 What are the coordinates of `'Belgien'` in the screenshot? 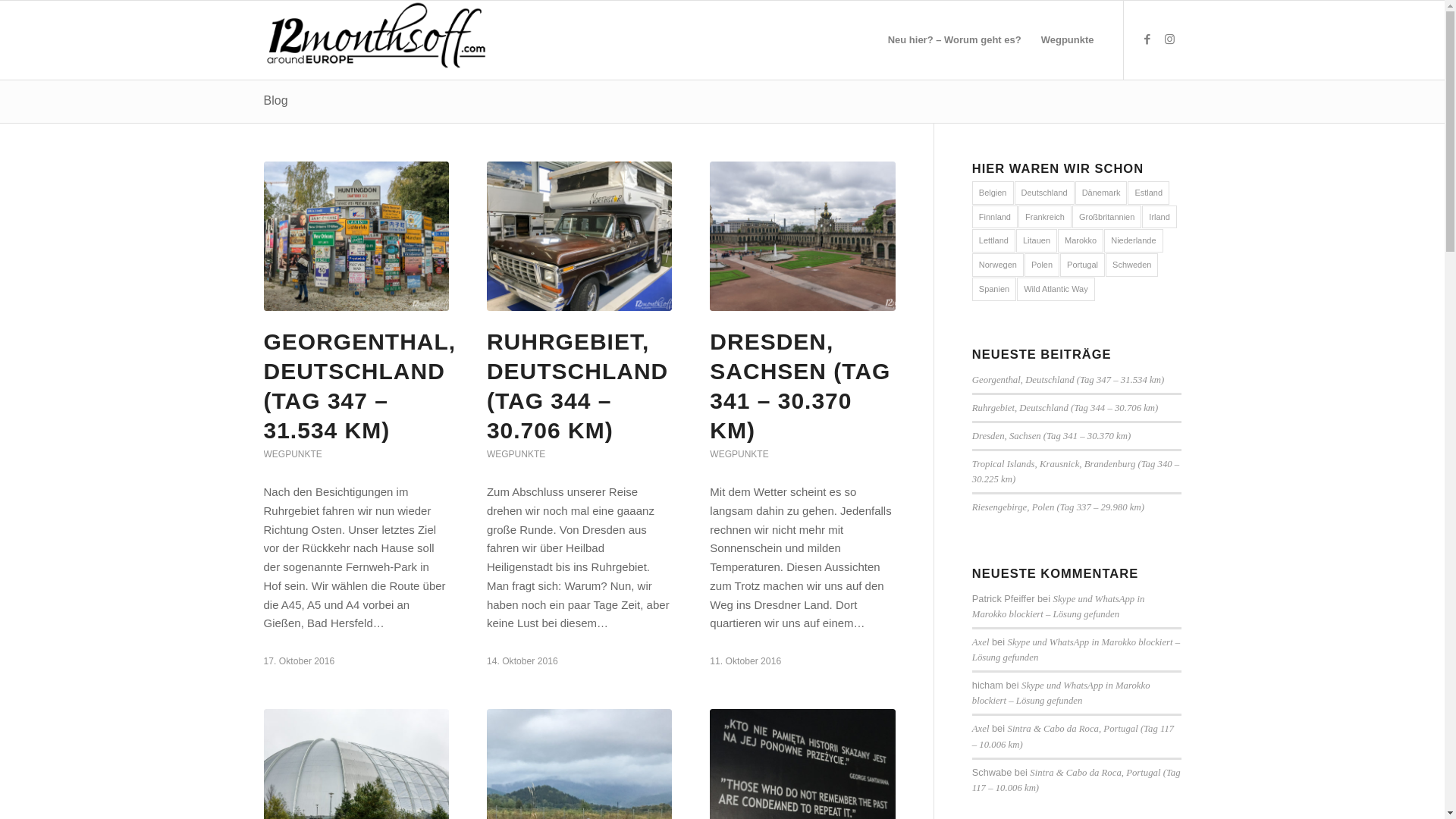 It's located at (993, 192).